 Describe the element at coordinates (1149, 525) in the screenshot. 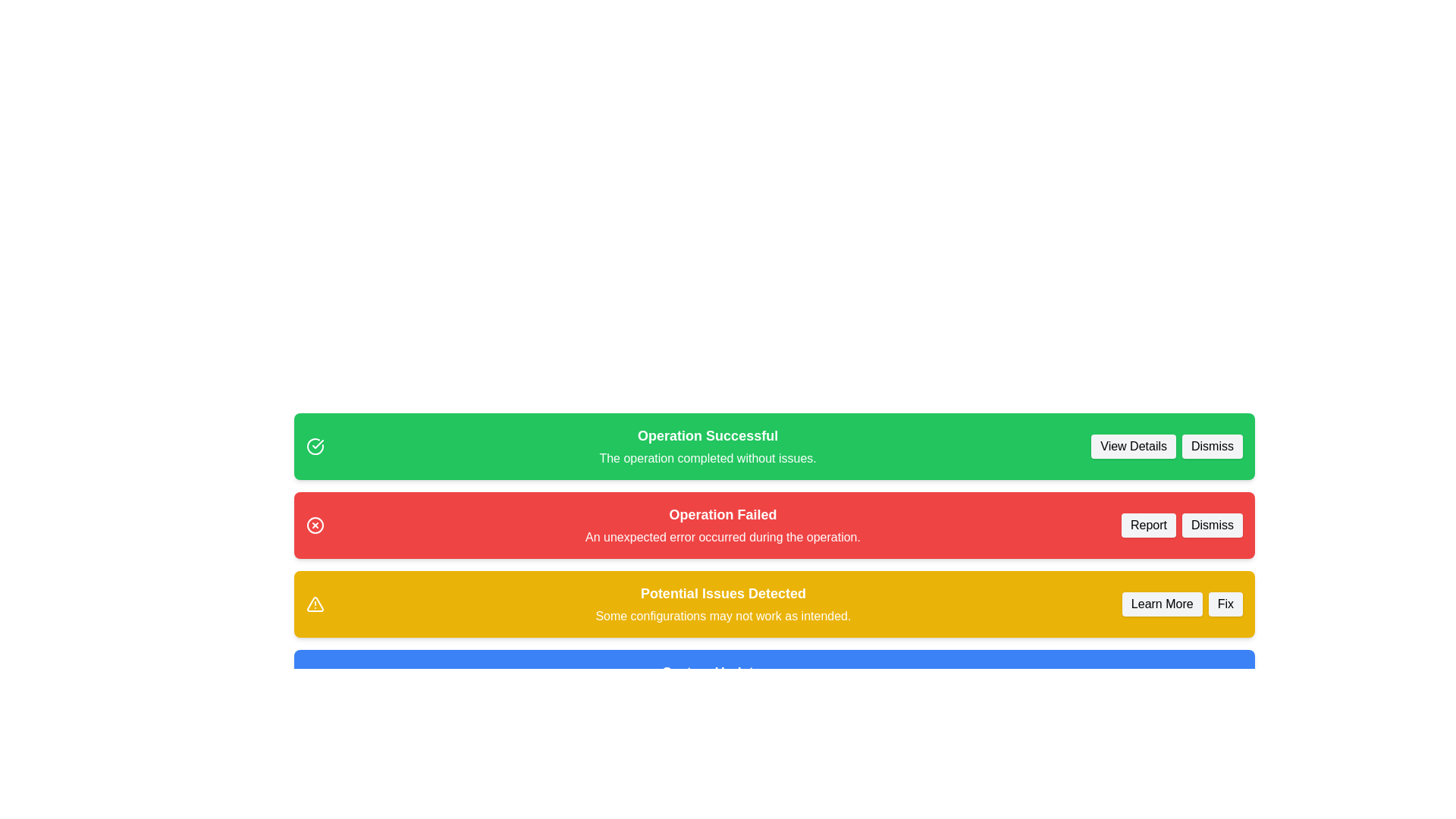

I see `the report issue button located in the second row of the notification panel, highlighted in red` at that location.